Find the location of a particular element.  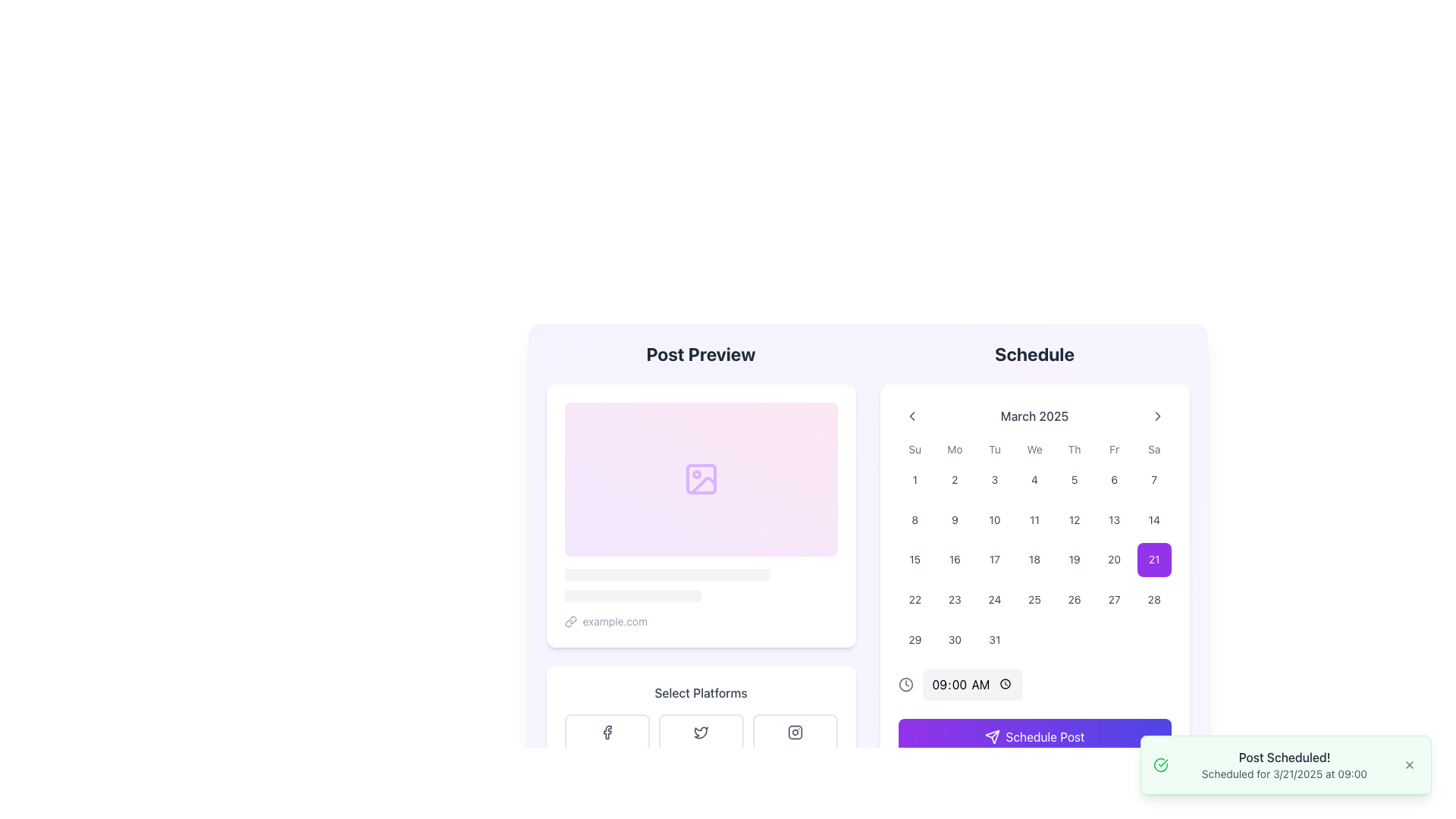

the square-shaped button displaying the number '18' is located at coordinates (1034, 560).